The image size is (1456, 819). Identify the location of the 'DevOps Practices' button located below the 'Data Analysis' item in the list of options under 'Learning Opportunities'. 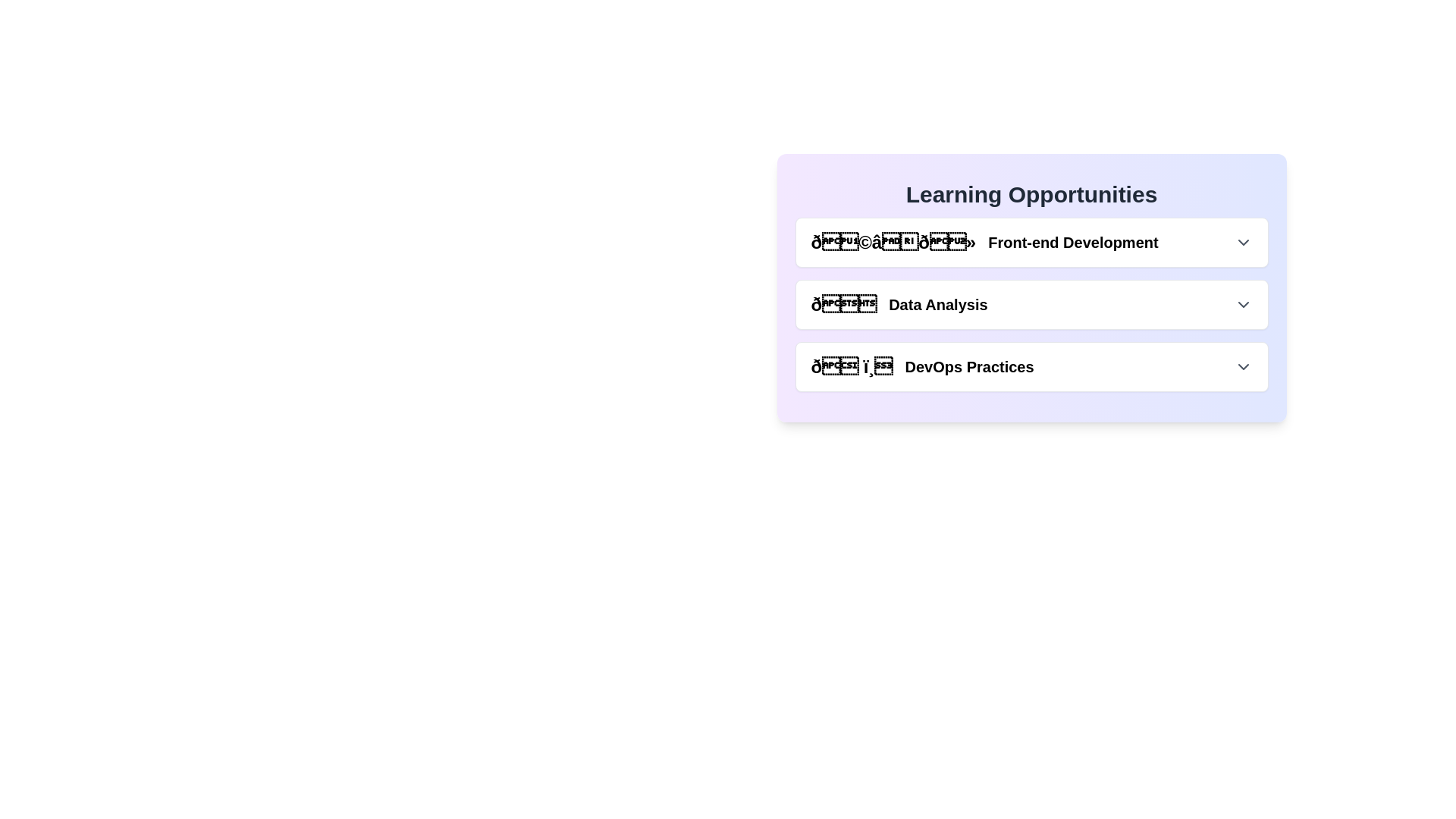
(1031, 366).